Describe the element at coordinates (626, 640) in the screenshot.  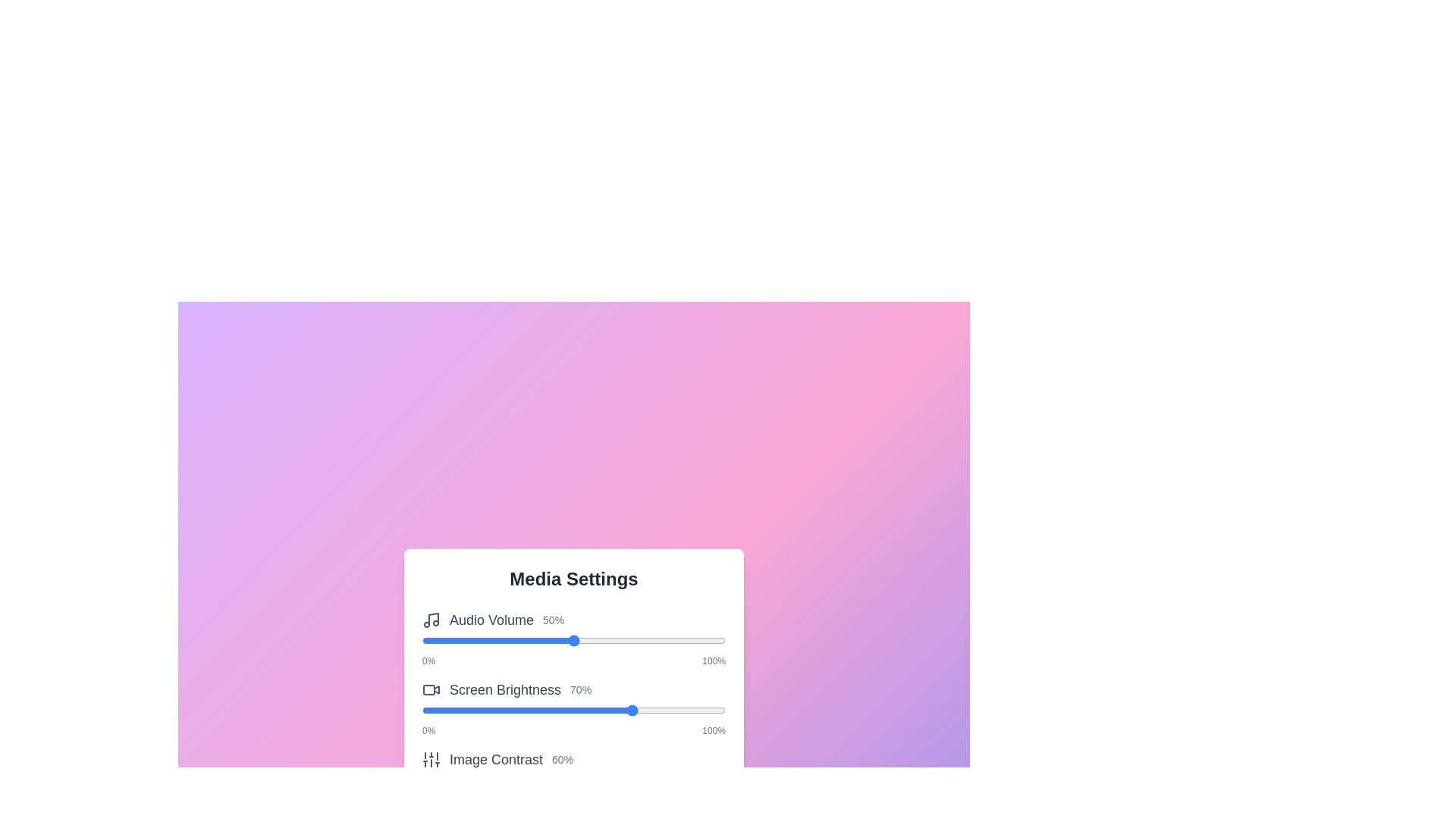
I see `the slider to 67% to observe the visual feedback` at that location.